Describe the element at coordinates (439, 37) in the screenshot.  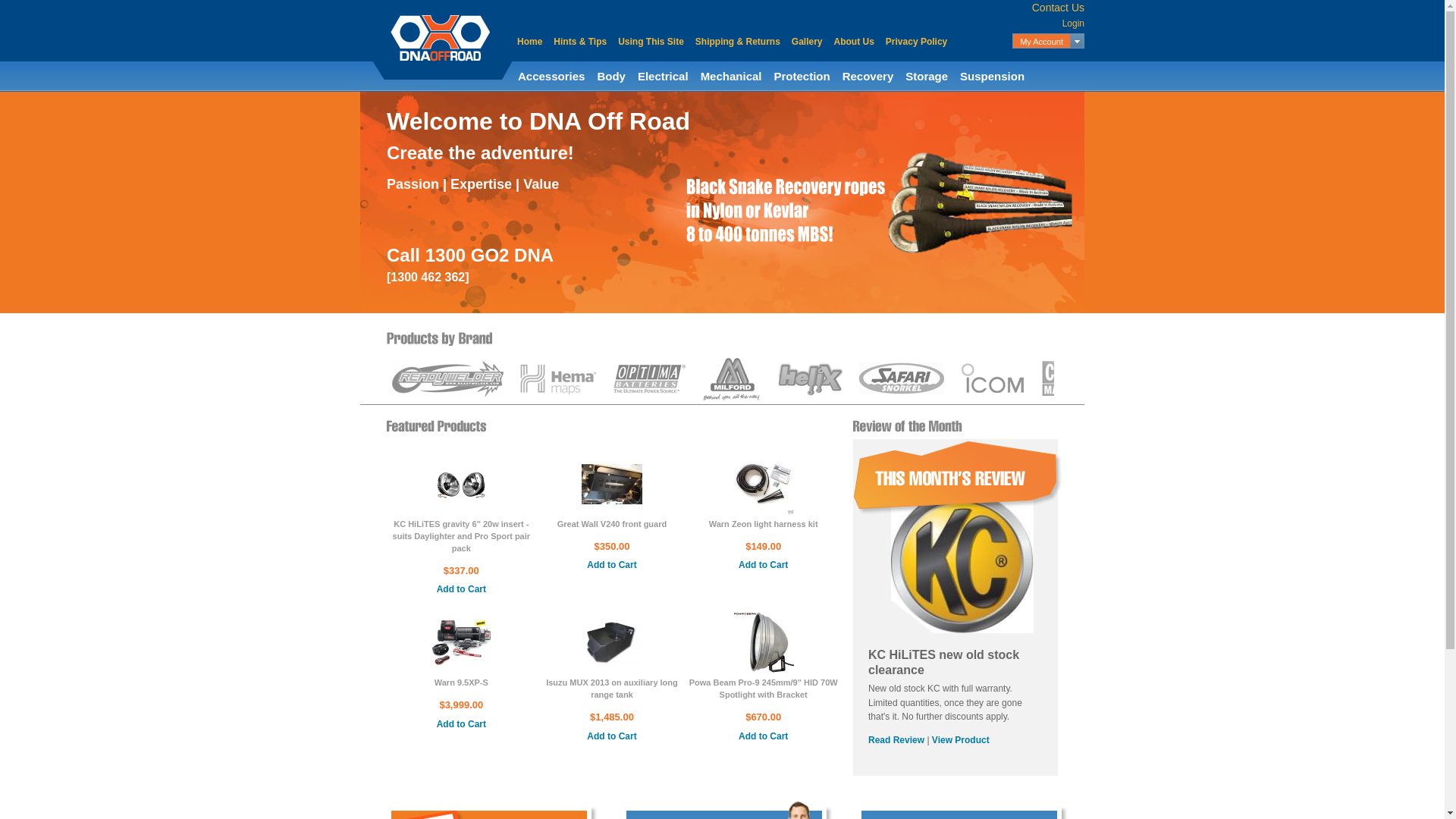
I see `'DNA Off Road'` at that location.